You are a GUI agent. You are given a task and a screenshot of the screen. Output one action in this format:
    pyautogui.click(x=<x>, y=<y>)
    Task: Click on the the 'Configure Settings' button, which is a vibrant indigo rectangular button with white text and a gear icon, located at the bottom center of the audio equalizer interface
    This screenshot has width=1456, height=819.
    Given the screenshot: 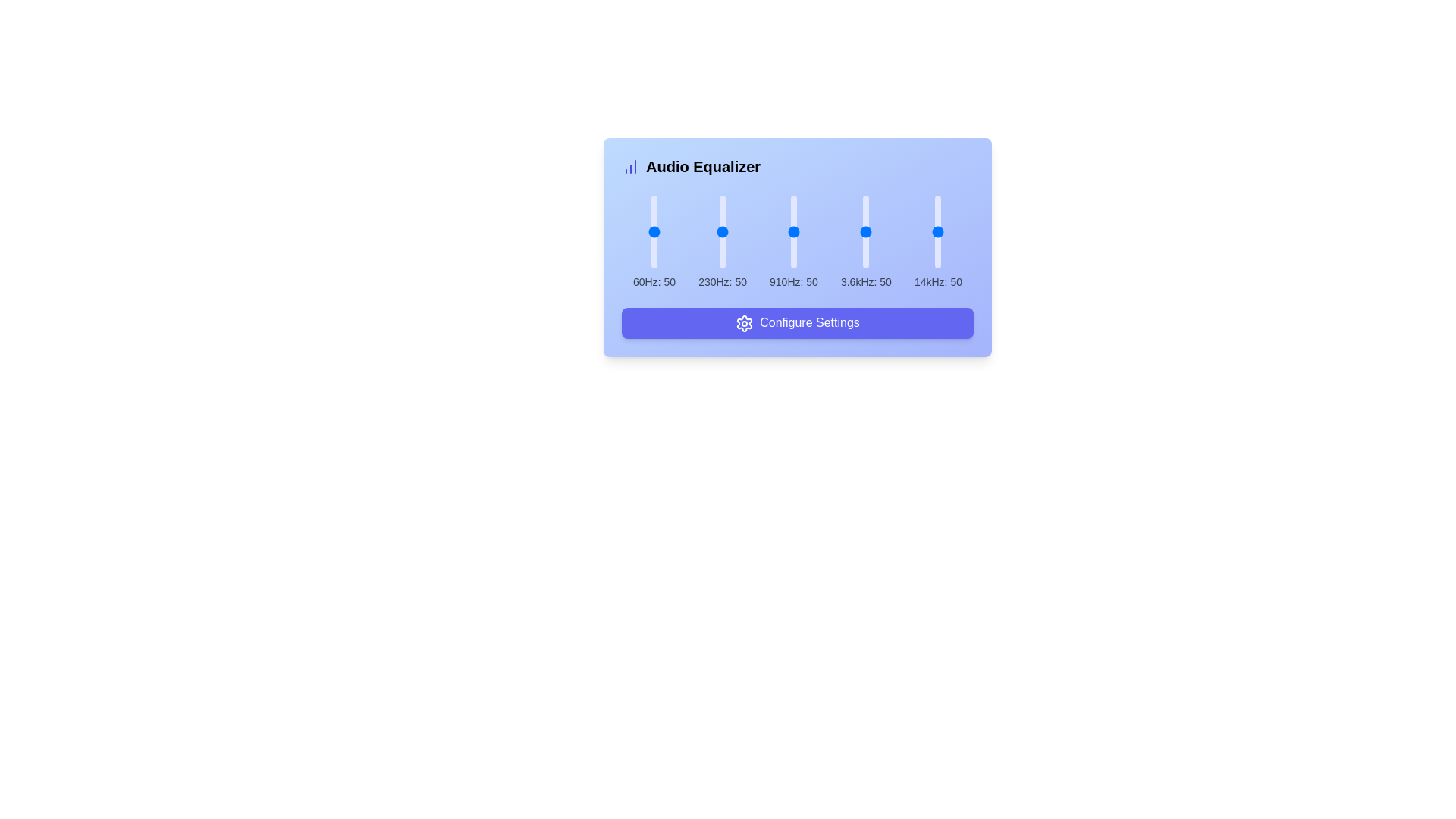 What is the action you would take?
    pyautogui.click(x=796, y=322)
    